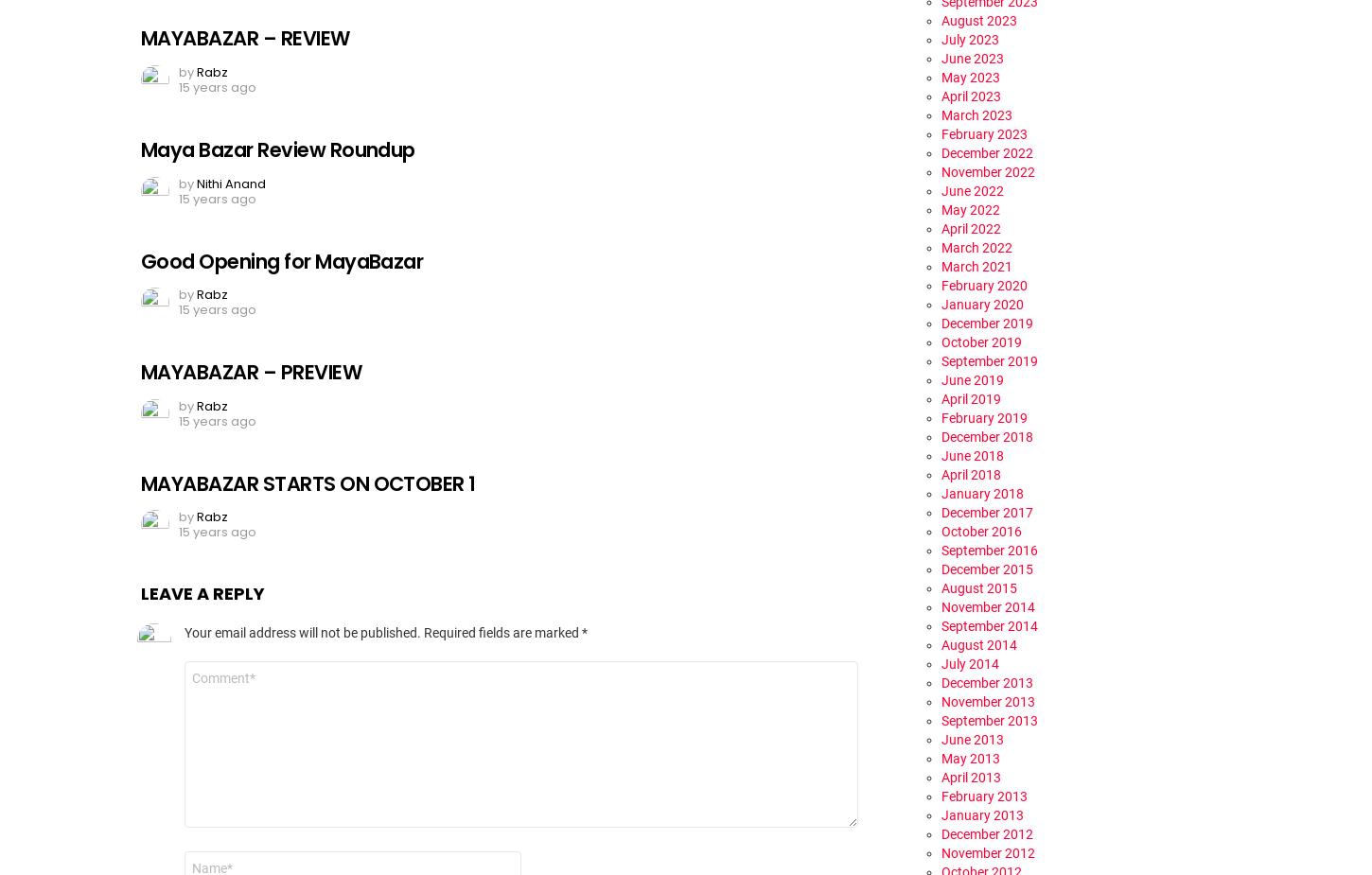 The width and height of the screenshot is (1372, 875). What do you see at coordinates (941, 814) in the screenshot?
I see `'January 2013'` at bounding box center [941, 814].